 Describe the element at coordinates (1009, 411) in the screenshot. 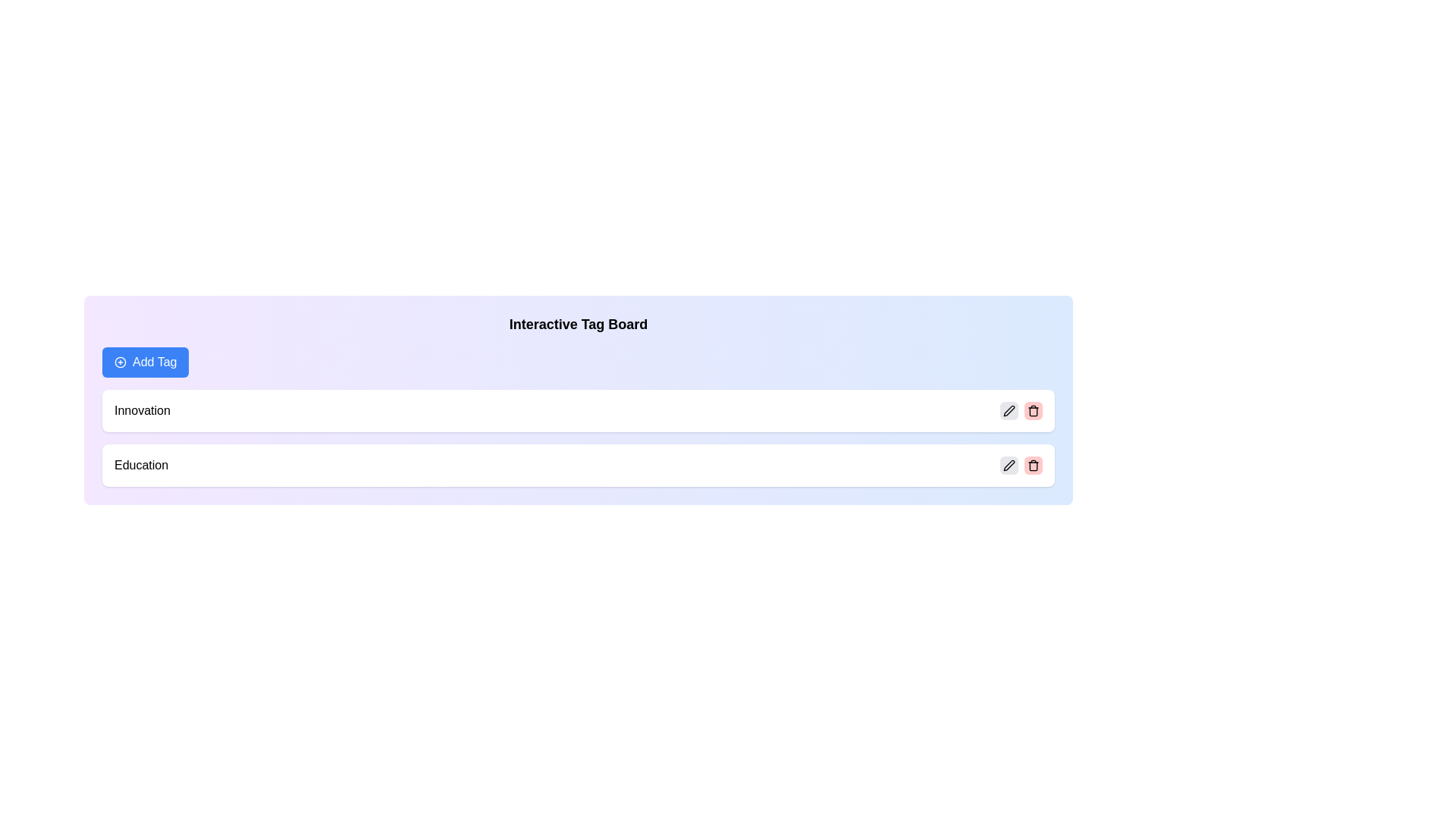

I see `the pencil icon of the tag with the name Innovation` at that location.